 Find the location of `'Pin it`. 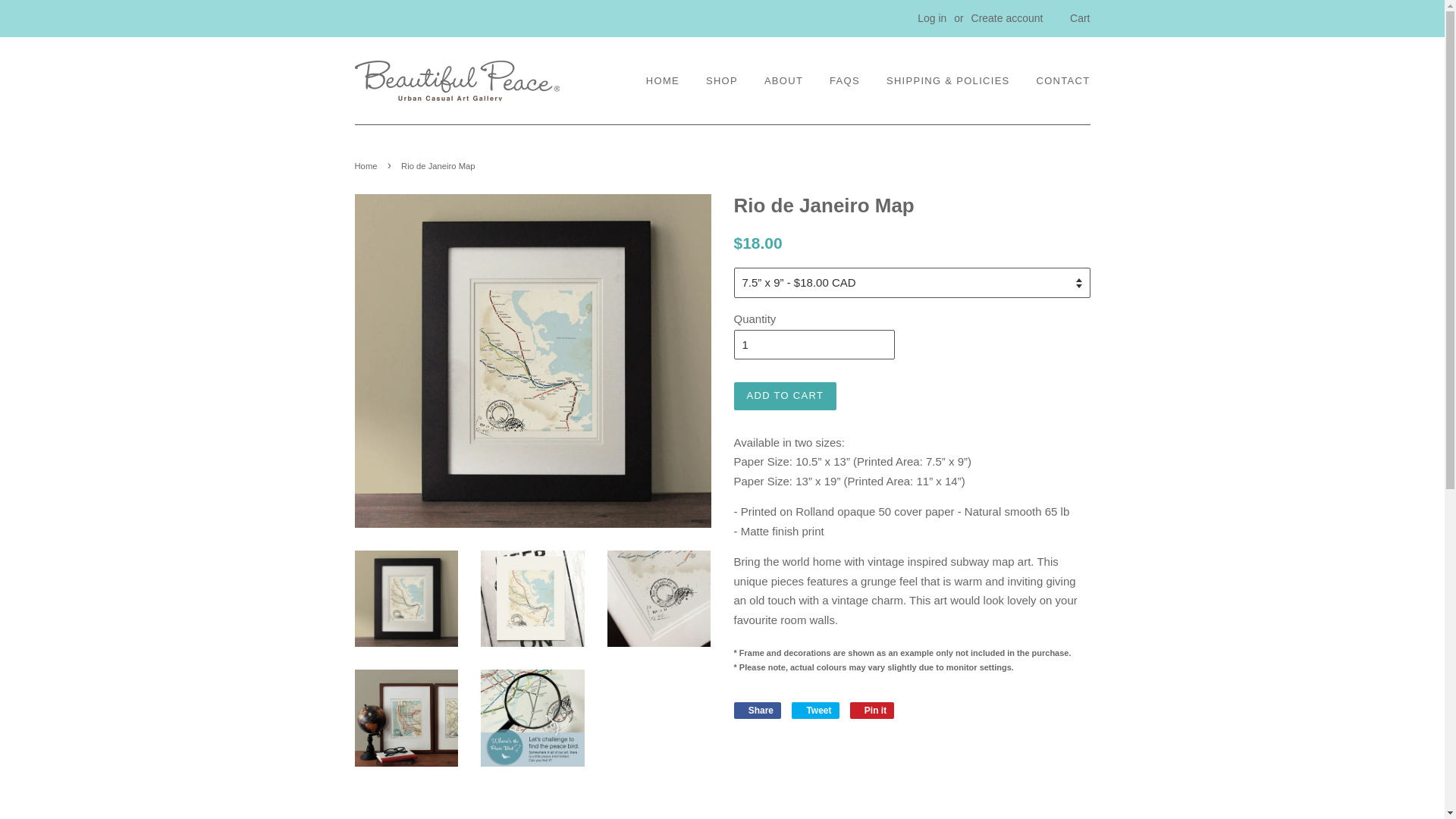

'Pin it is located at coordinates (850, 711).